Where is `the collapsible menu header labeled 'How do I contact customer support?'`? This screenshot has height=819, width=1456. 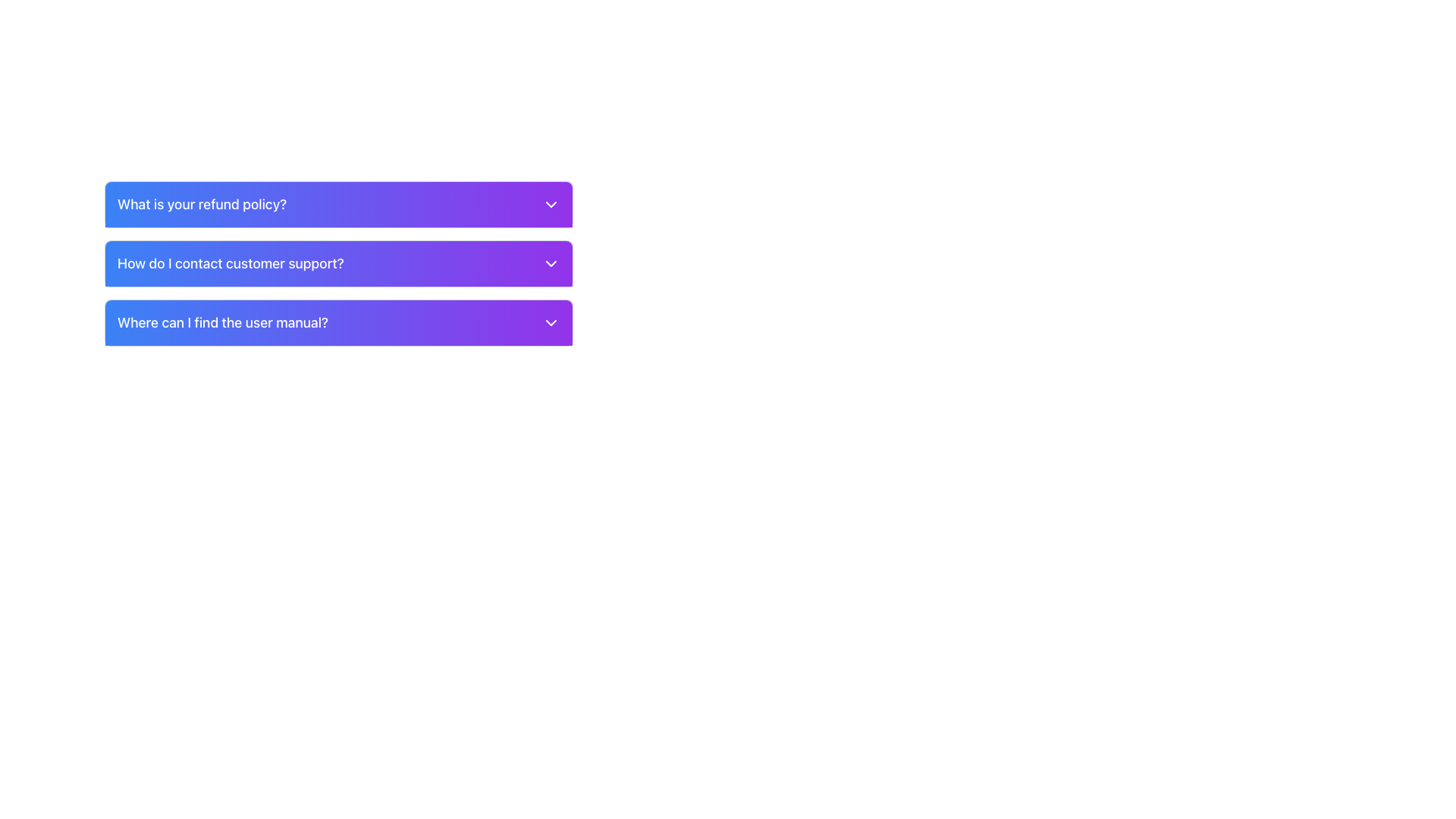
the collapsible menu header labeled 'How do I contact customer support?' is located at coordinates (337, 262).